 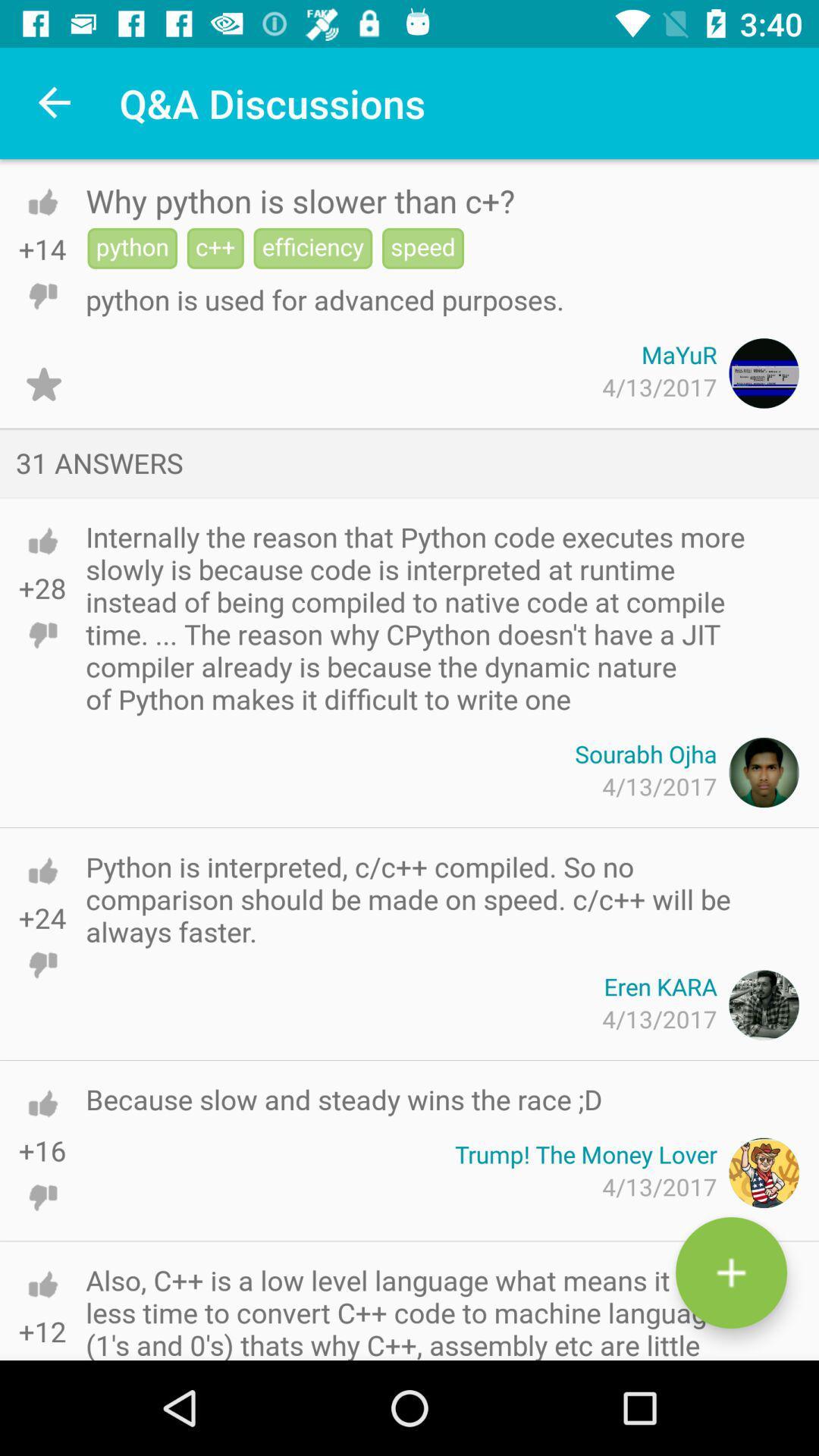 What do you see at coordinates (55, 102) in the screenshot?
I see `the item next to q&a discussions` at bounding box center [55, 102].